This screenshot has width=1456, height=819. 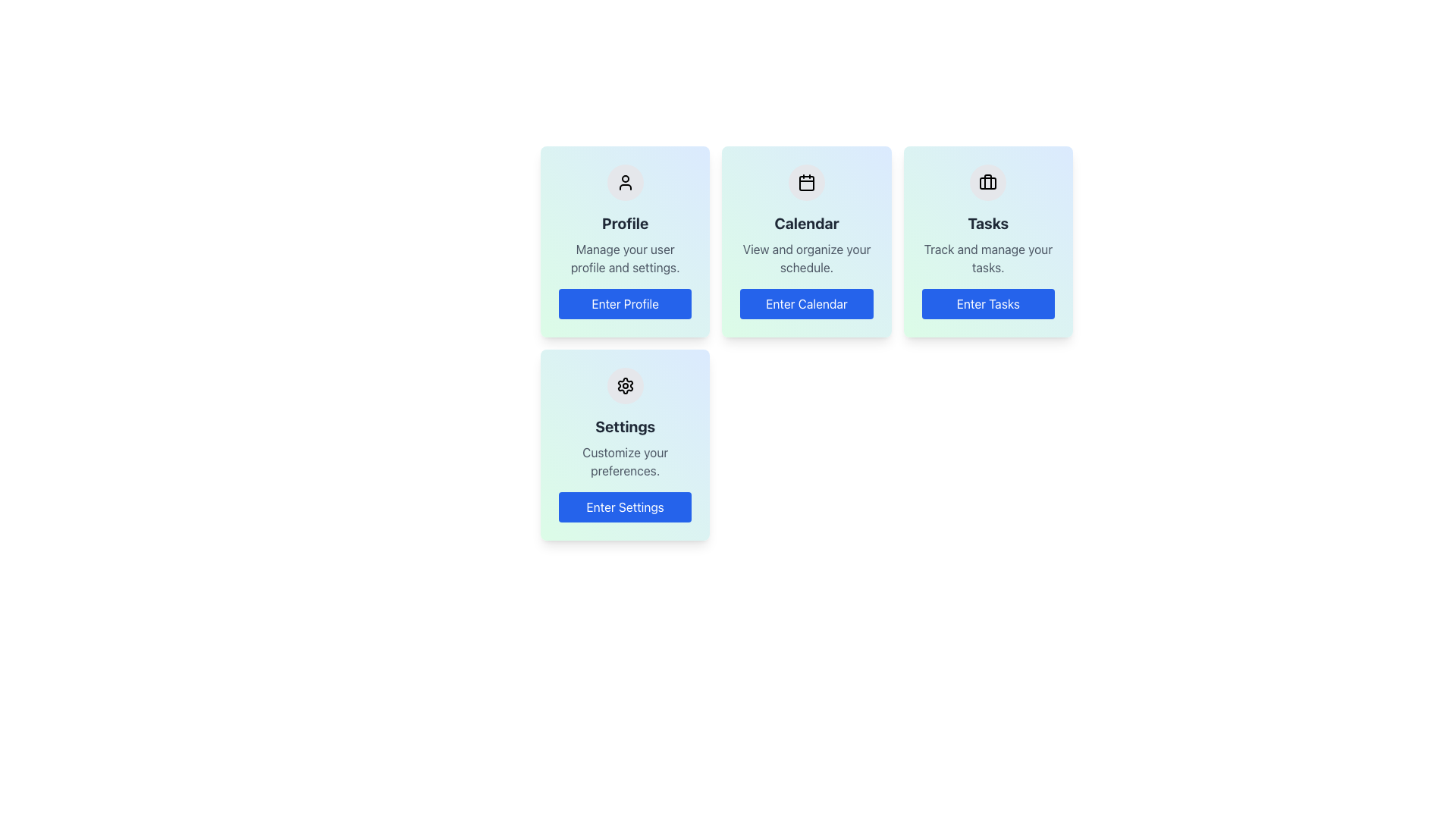 What do you see at coordinates (988, 304) in the screenshot?
I see `the button located at the bottom of the 'Tasks' card, which initiates action related to task management` at bounding box center [988, 304].